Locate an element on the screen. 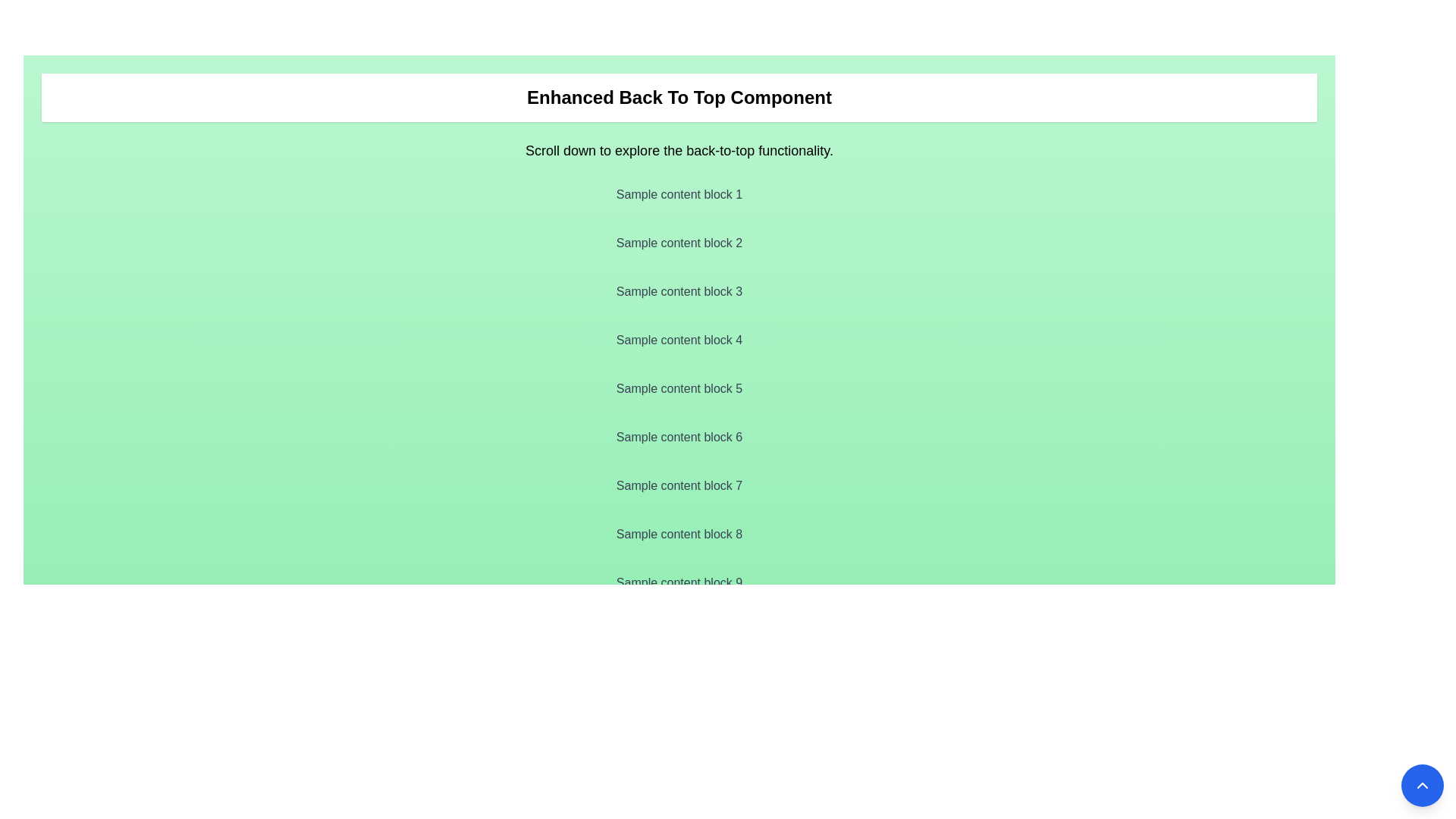 The width and height of the screenshot is (1456, 819). text from the Text element labeled 'Sample content block 8', which is styled in gray on a light green background and is the eighth item in the 'Sample content block' list is located at coordinates (679, 534).